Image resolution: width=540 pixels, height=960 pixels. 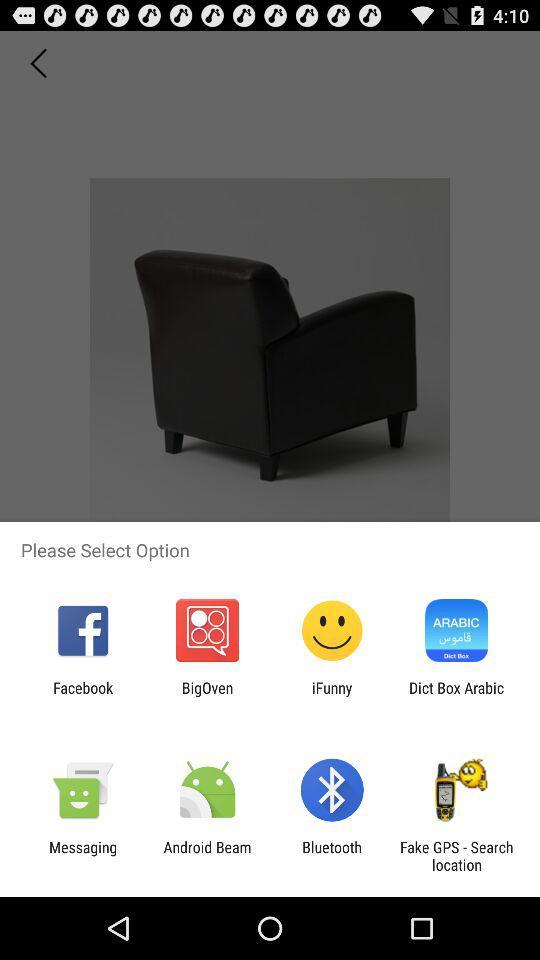 What do you see at coordinates (206, 696) in the screenshot?
I see `bigoven icon` at bounding box center [206, 696].